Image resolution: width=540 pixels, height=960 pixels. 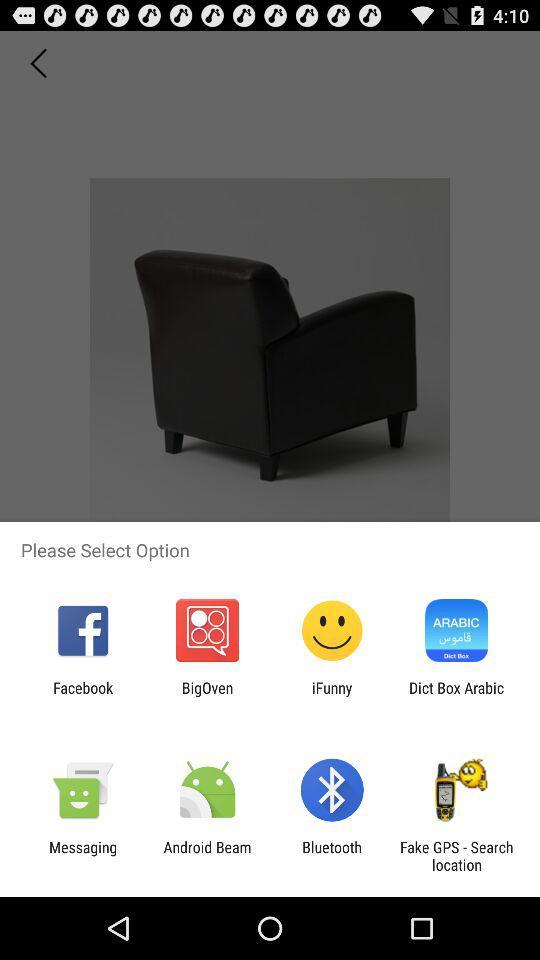 What do you see at coordinates (206, 696) in the screenshot?
I see `bigoven icon` at bounding box center [206, 696].